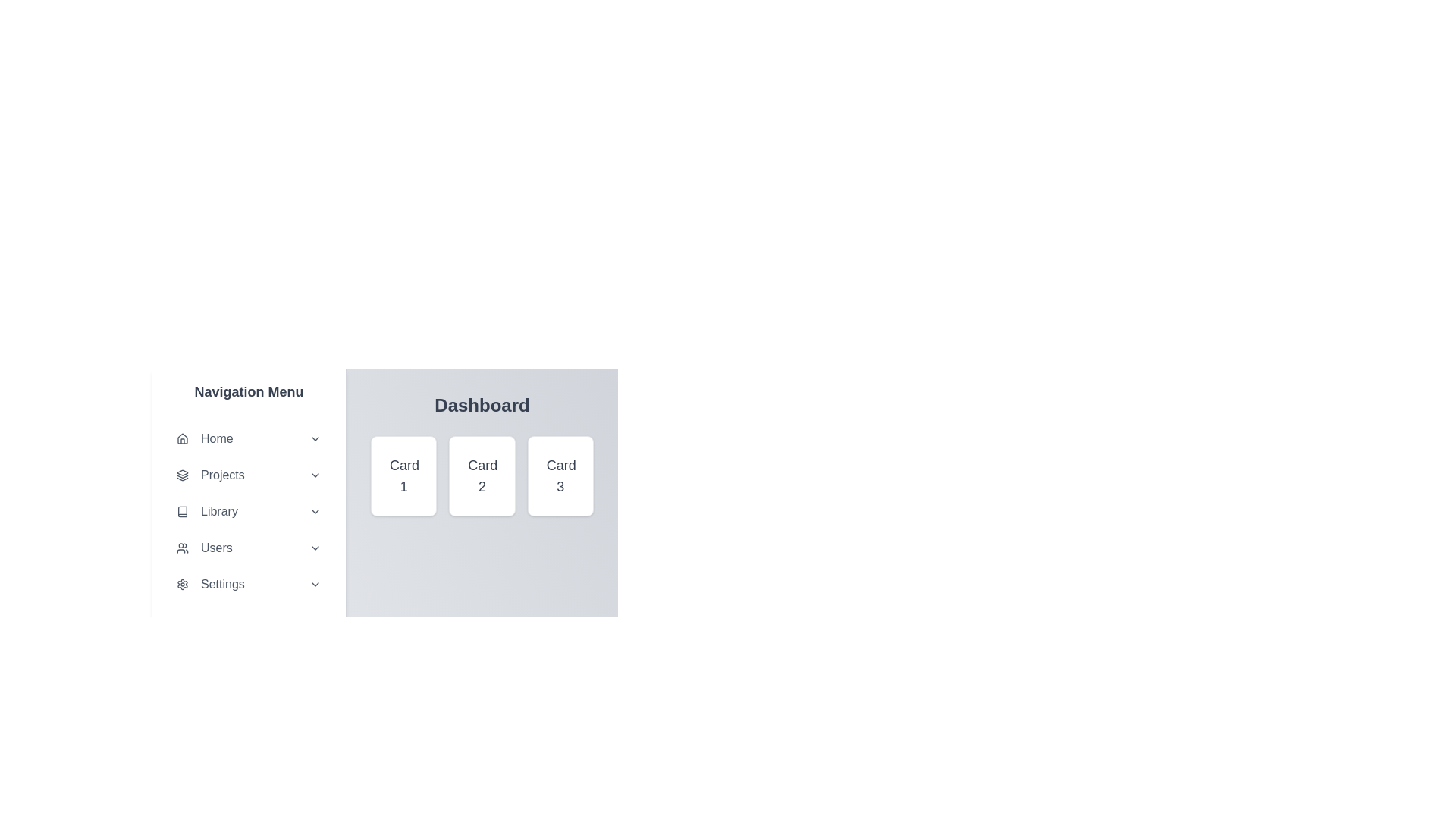 The height and width of the screenshot is (819, 1456). What do you see at coordinates (249, 512) in the screenshot?
I see `the third item in the vertical navigation menu, located in the left sidebar panel` at bounding box center [249, 512].